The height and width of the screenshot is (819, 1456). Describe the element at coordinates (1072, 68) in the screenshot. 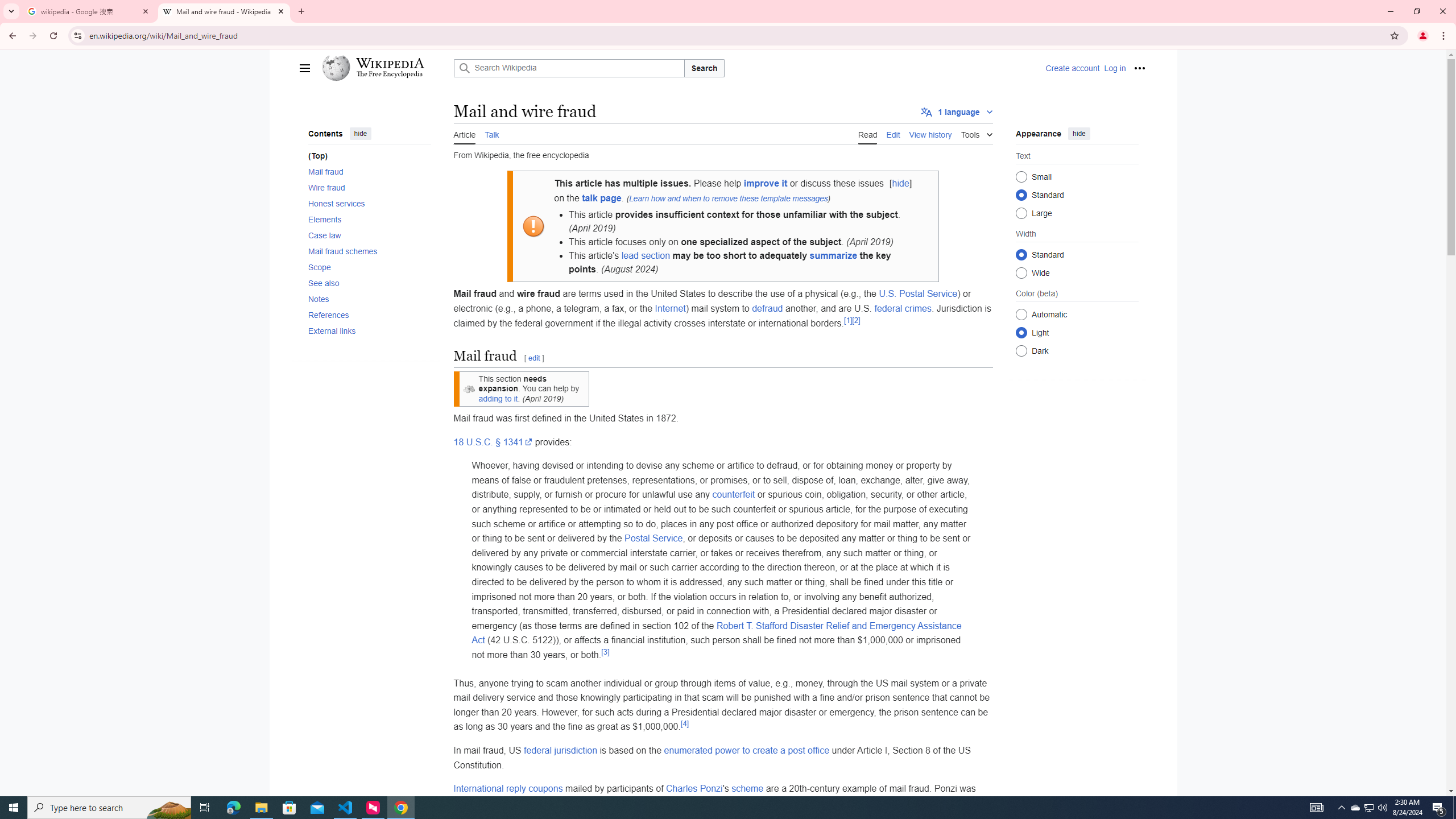

I see `'AutomationID: pt-createaccount-2'` at that location.